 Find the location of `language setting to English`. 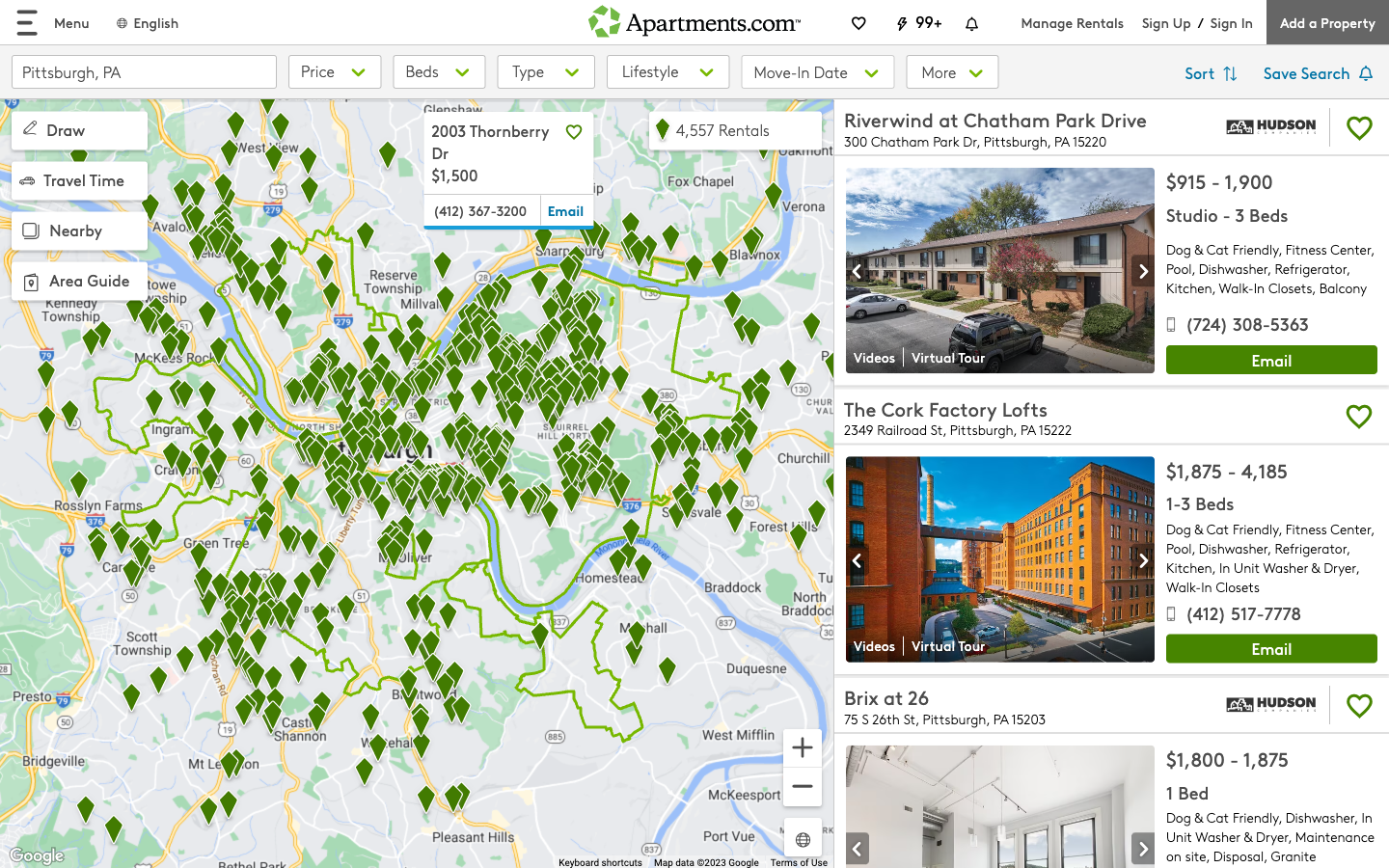

language setting to English is located at coordinates (146, 21).